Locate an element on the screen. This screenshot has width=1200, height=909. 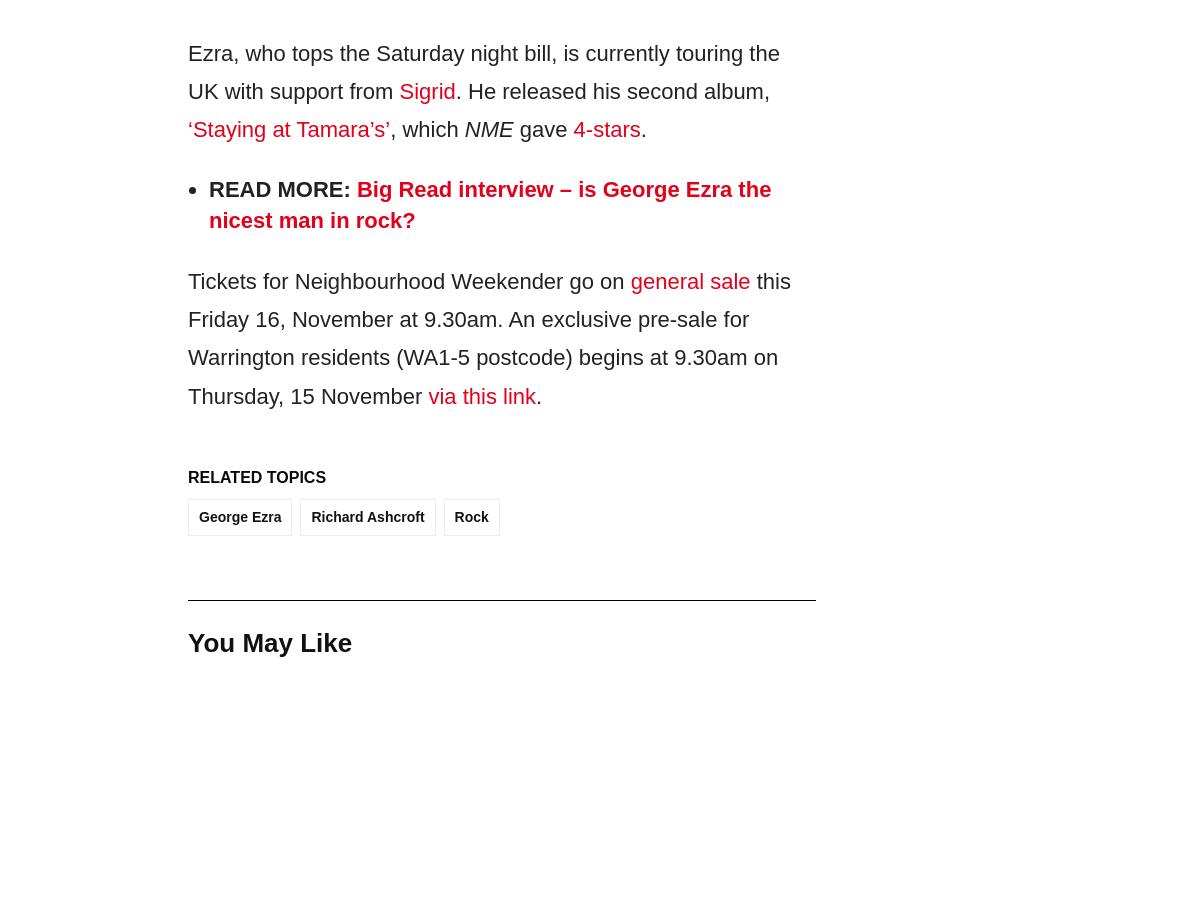
'this Friday 16, November at 9.30am. An exclusive pre-sale for Warrington residents (WA1-5 postcode) begins at 9.30am on Thursday, 15 November' is located at coordinates (487, 337).